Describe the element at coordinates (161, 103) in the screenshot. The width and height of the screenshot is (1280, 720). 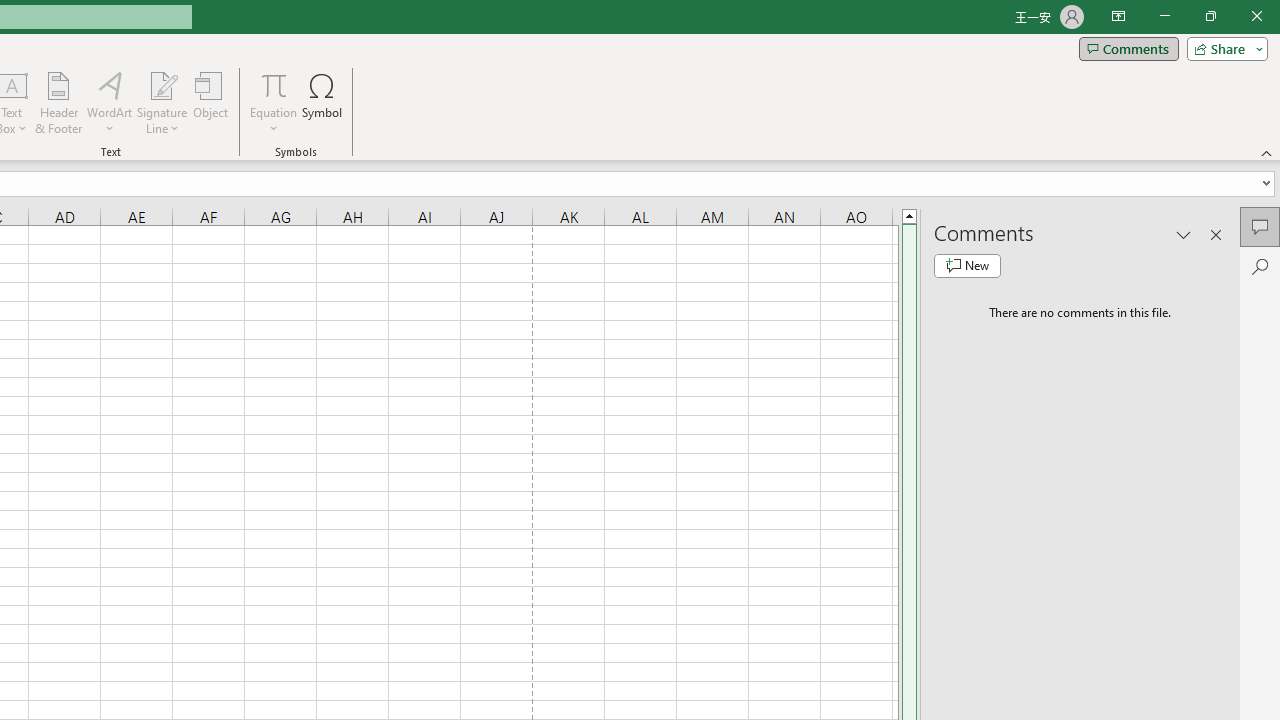
I see `'Signature Line'` at that location.